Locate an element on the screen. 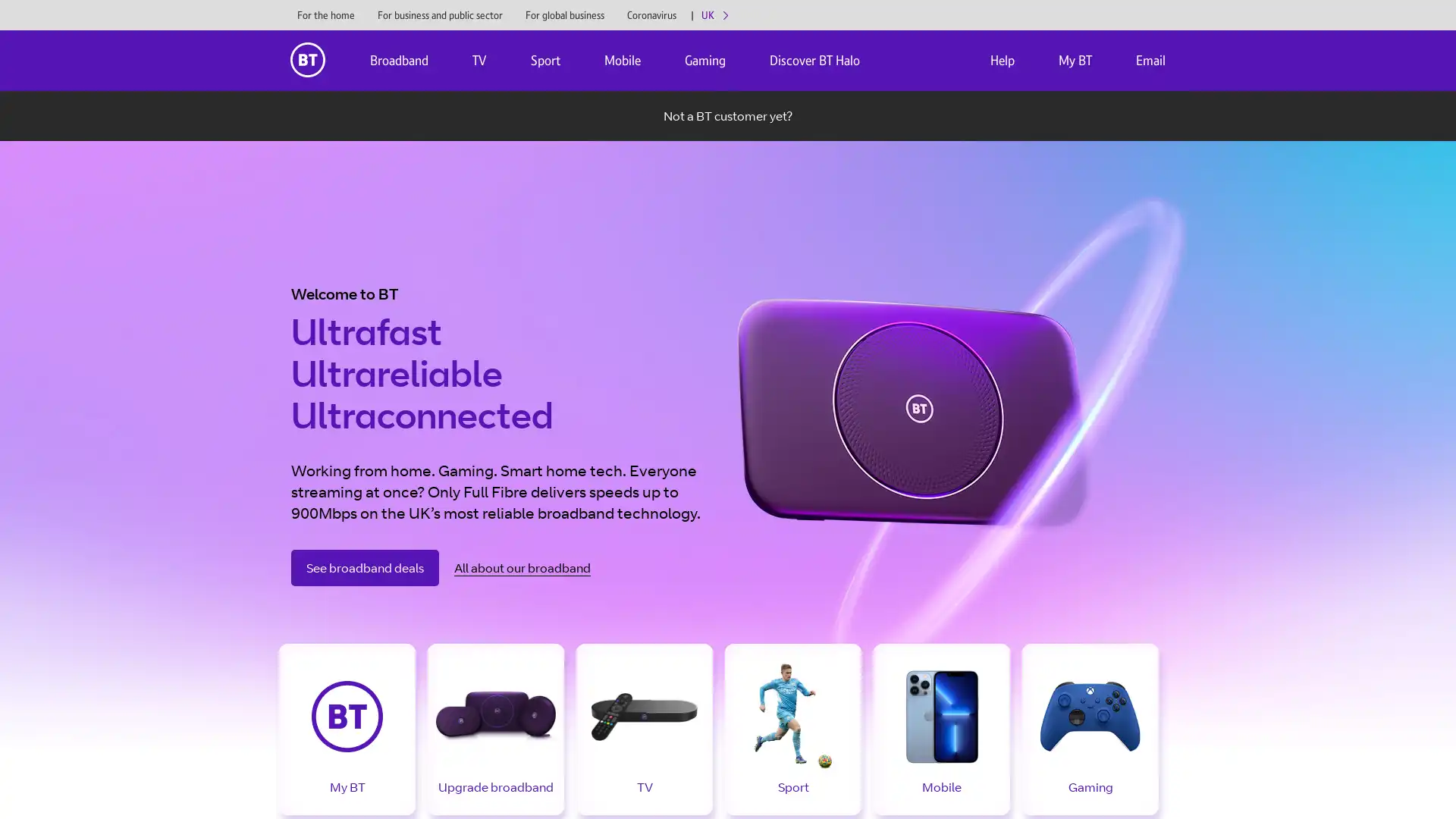 Image resolution: width=1456 pixels, height=819 pixels. Not a BT customer yet? is located at coordinates (728, 115).